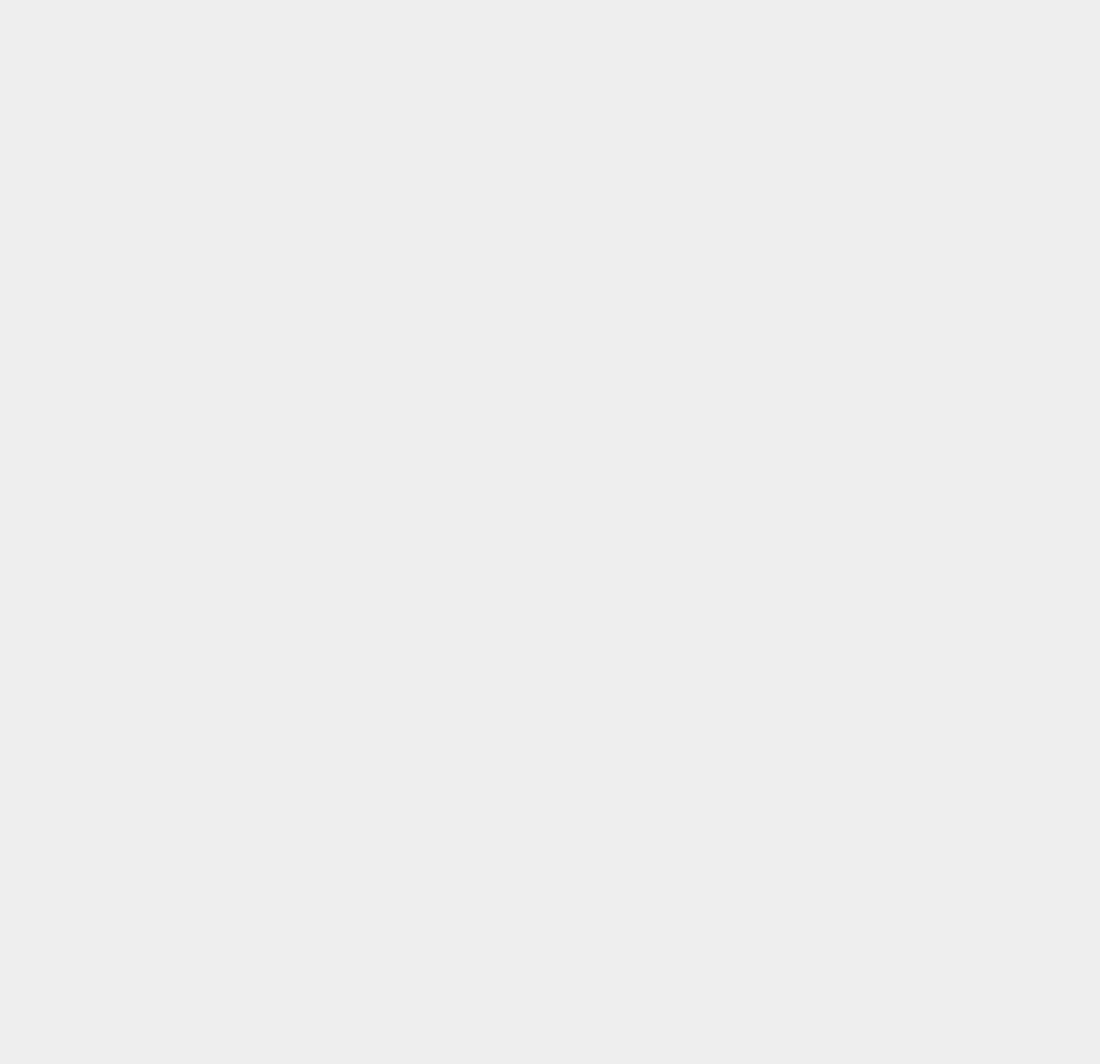 Image resolution: width=1100 pixels, height=1064 pixels. What do you see at coordinates (804, 283) in the screenshot?
I see `'Walmart'` at bounding box center [804, 283].